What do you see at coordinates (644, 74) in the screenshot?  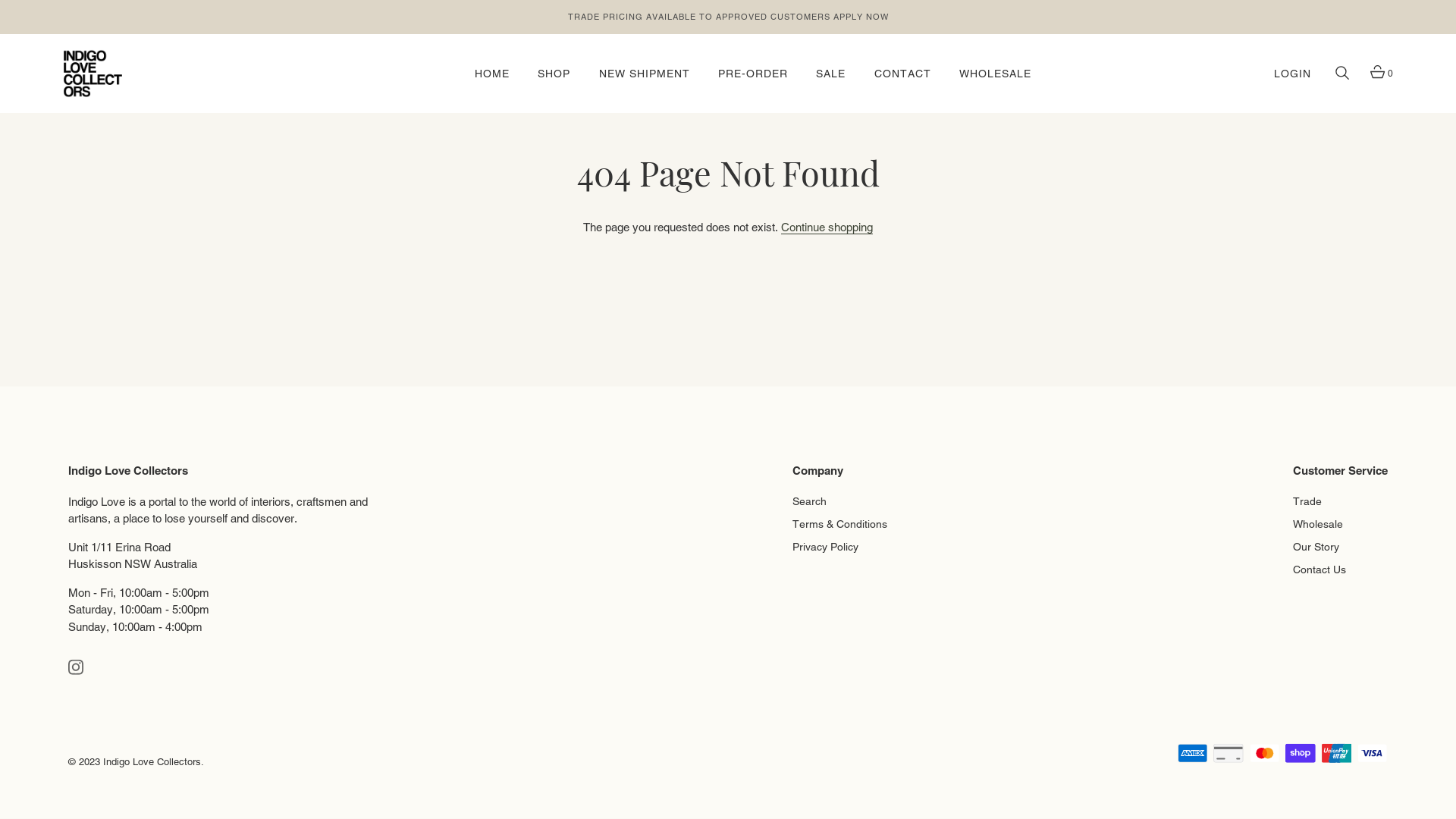 I see `'NEW SHIPMENT'` at bounding box center [644, 74].